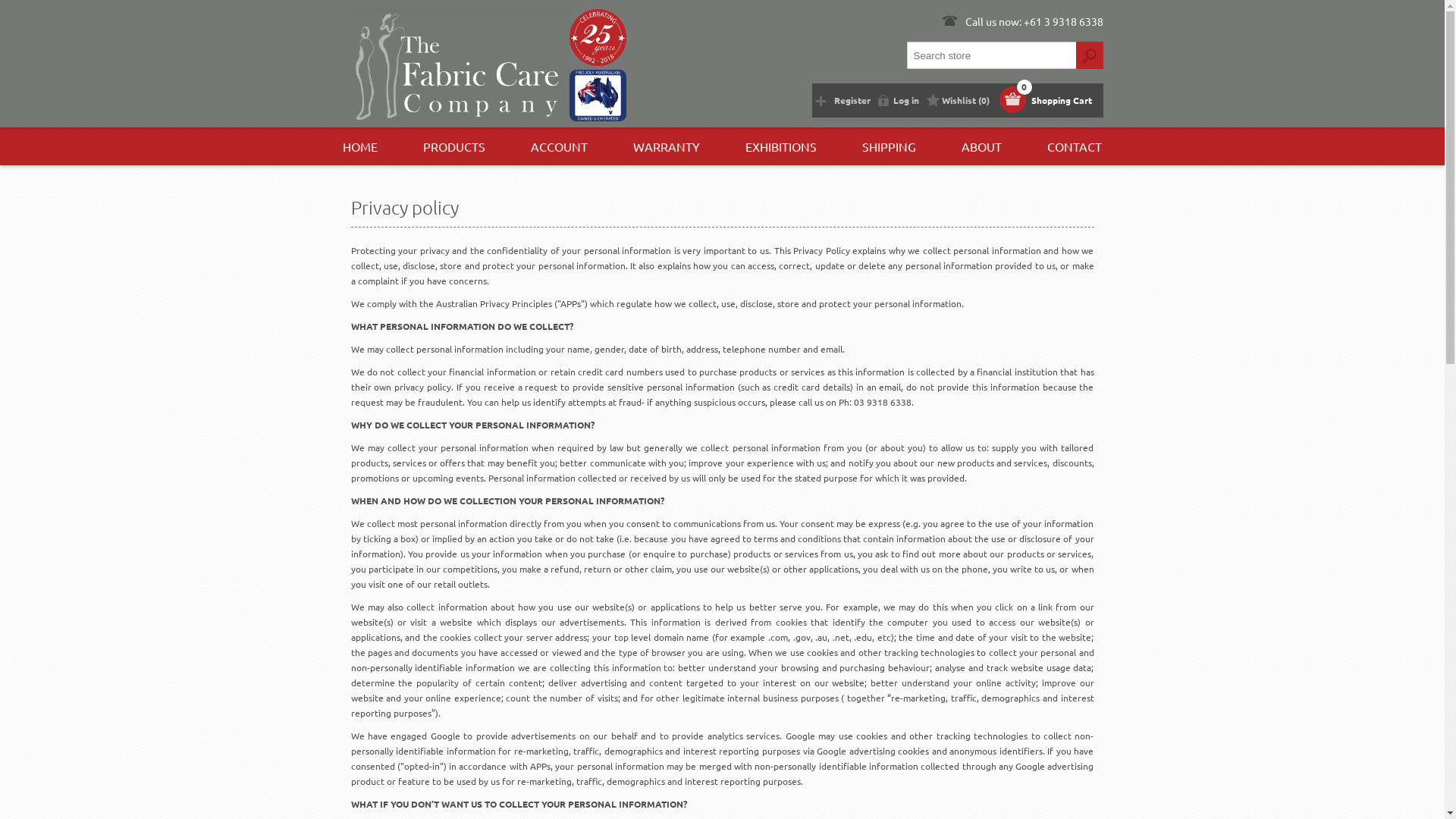 This screenshot has height=819, width=1456. What do you see at coordinates (899, 99) in the screenshot?
I see `'Log in'` at bounding box center [899, 99].